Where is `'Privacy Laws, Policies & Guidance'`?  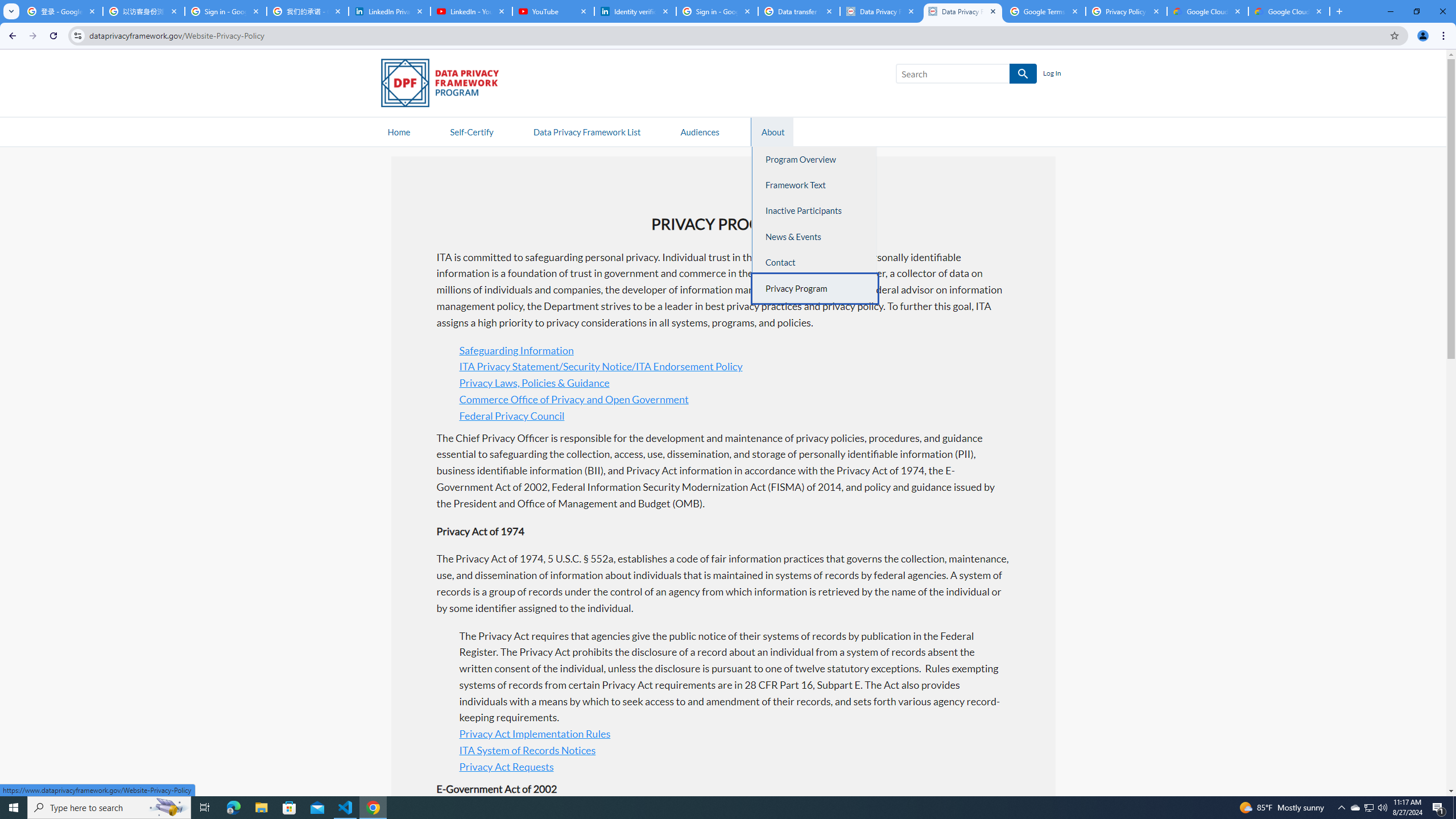 'Privacy Laws, Policies & Guidance' is located at coordinates (533, 383).